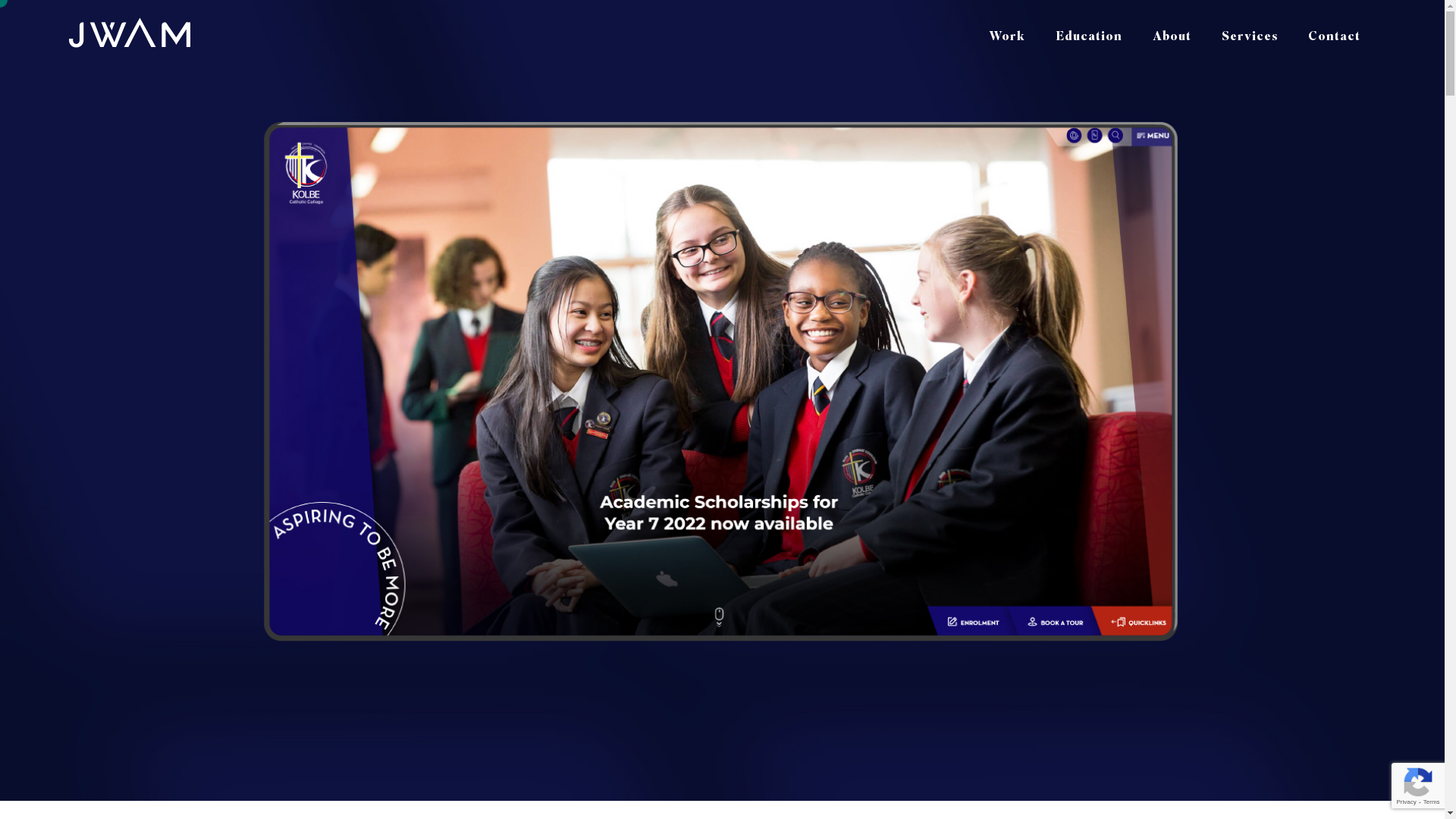 The width and height of the screenshot is (1456, 819). I want to click on 'Services', so click(1249, 32).